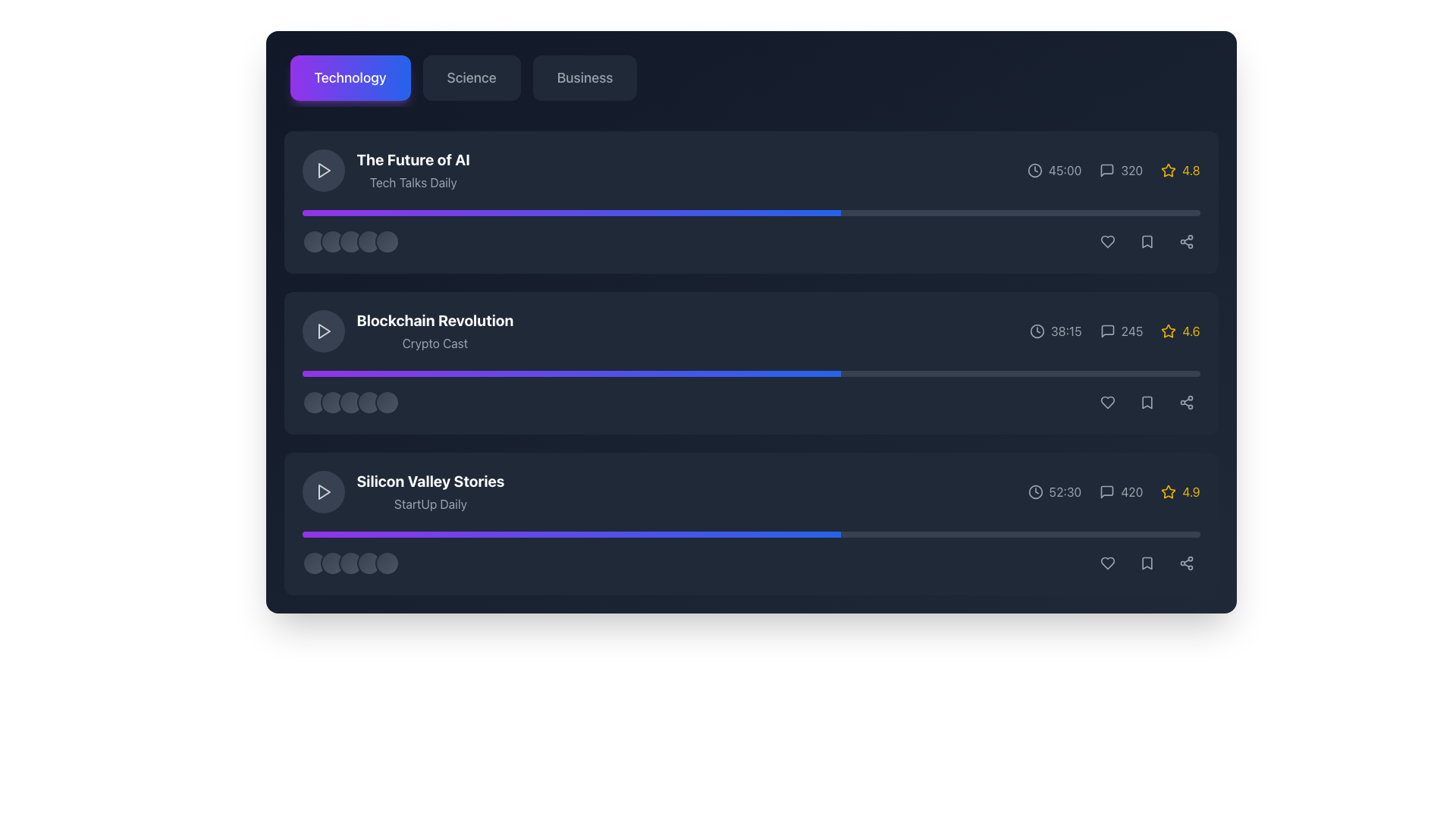 Image resolution: width=1456 pixels, height=819 pixels. What do you see at coordinates (751, 393) in the screenshot?
I see `the progress indication of the second progress bar under the section titled 'Blockchain Revolution', which visually represents the completion status of an associated activity` at bounding box center [751, 393].